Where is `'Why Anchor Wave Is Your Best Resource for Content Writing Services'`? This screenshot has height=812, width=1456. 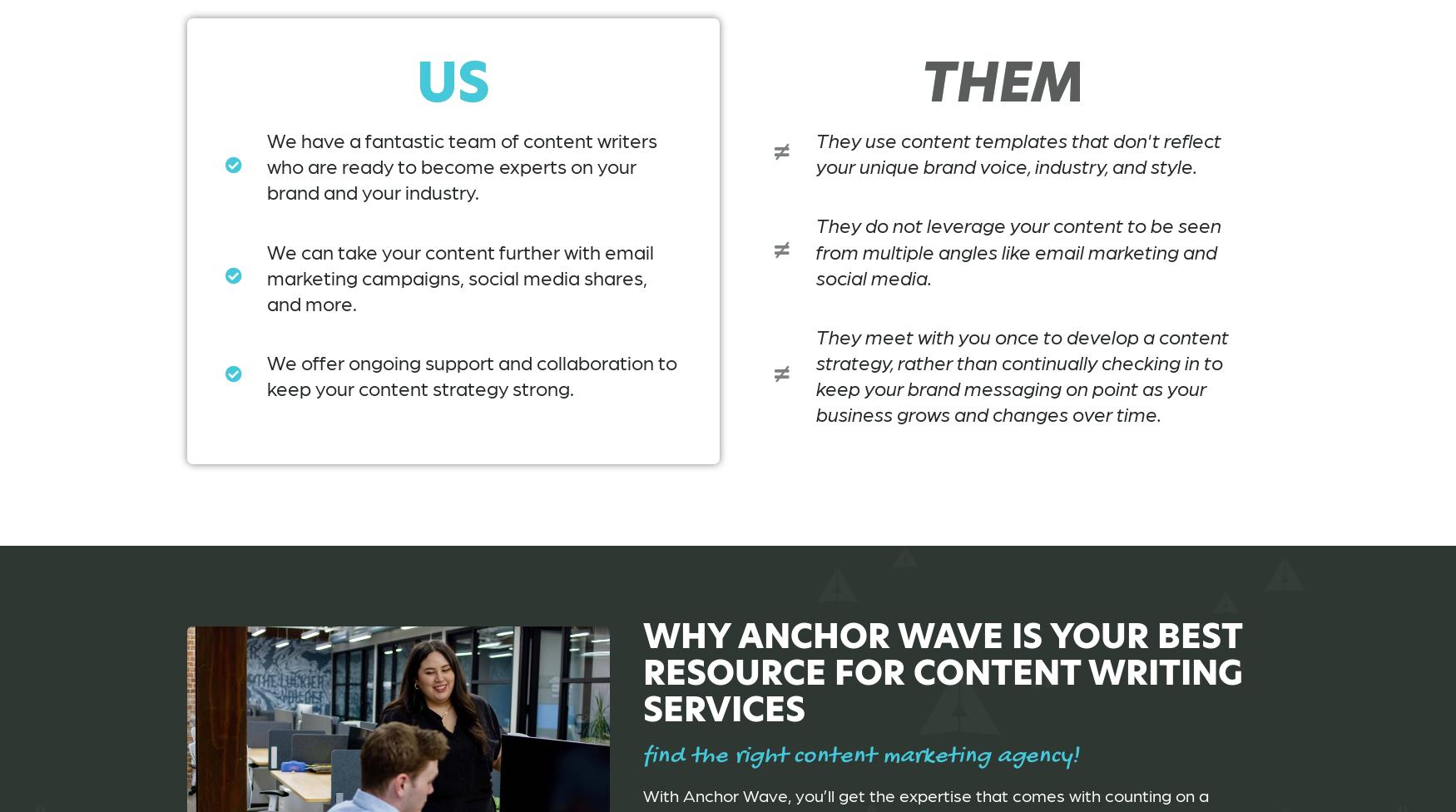 'Why Anchor Wave Is Your Best Resource for Content Writing Services' is located at coordinates (942, 673).